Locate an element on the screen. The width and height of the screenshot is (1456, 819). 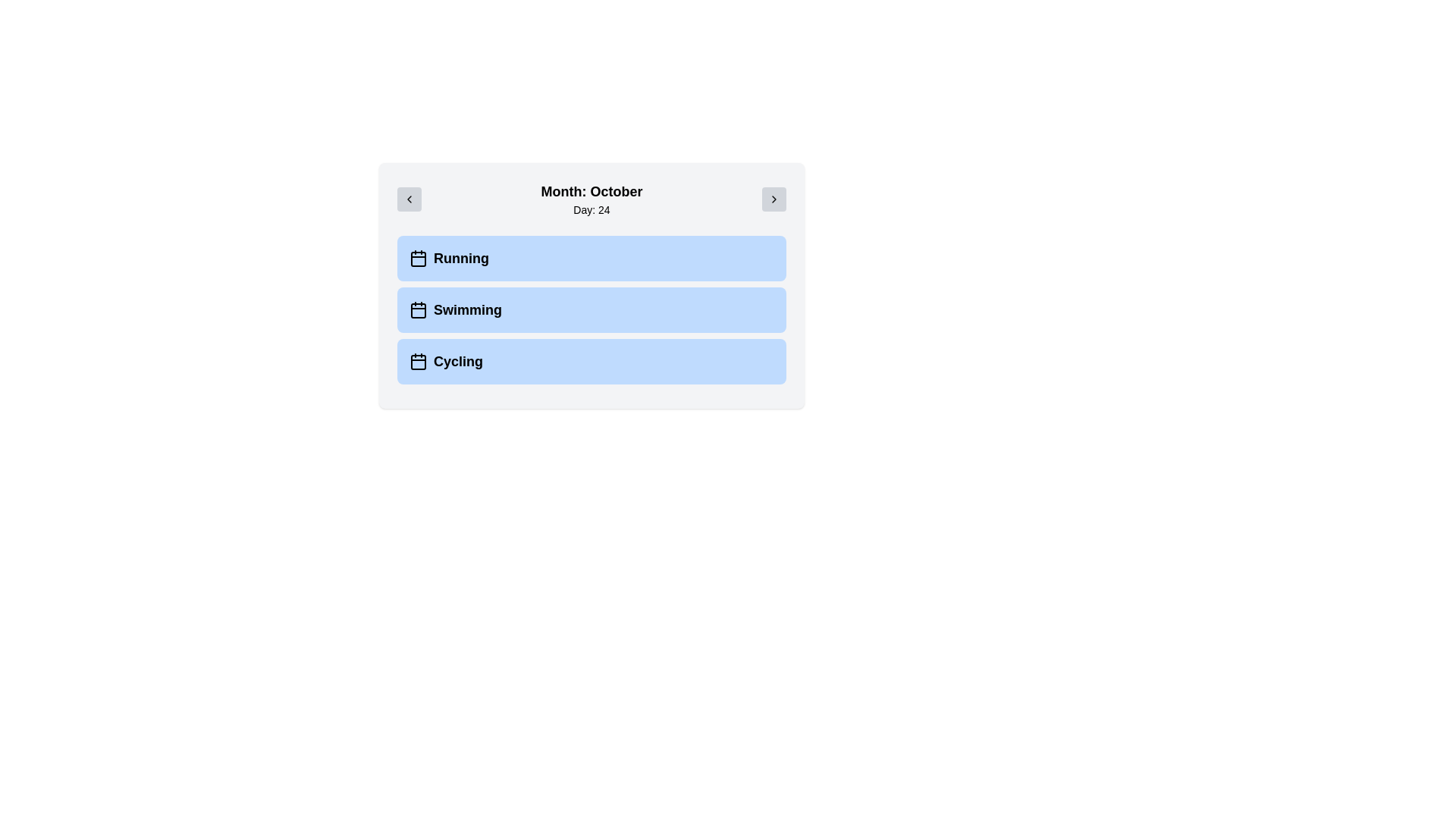
the Decorative calendar icon, which is styled with a white or transparent base color and outlined with a bold stroke, located beside the 'Swimming' text label is located at coordinates (419, 309).